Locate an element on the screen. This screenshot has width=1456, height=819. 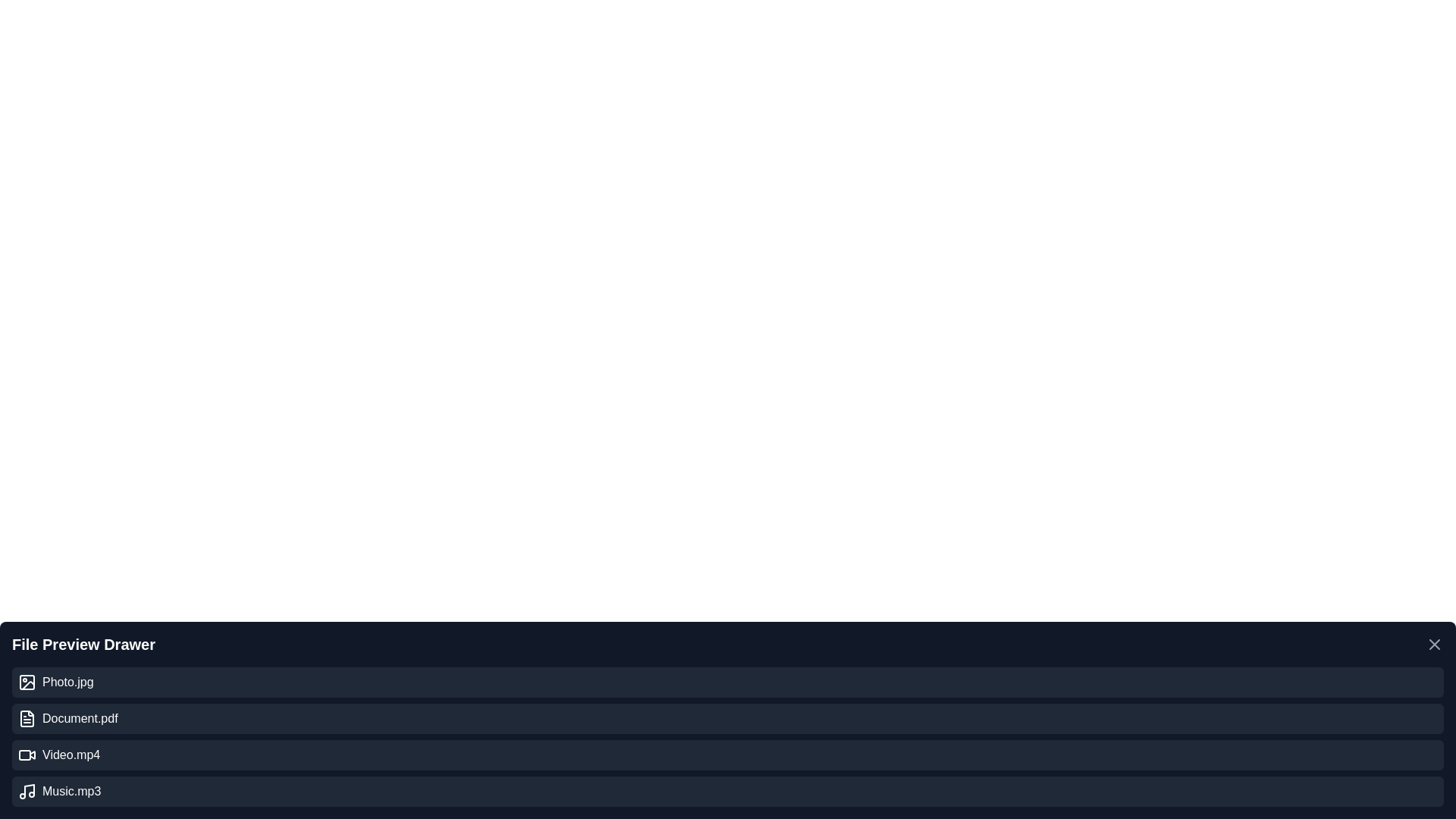
the musical note icon that represents the 'Music.mp3' file in the list located in the fourth row from the top is located at coordinates (27, 791).